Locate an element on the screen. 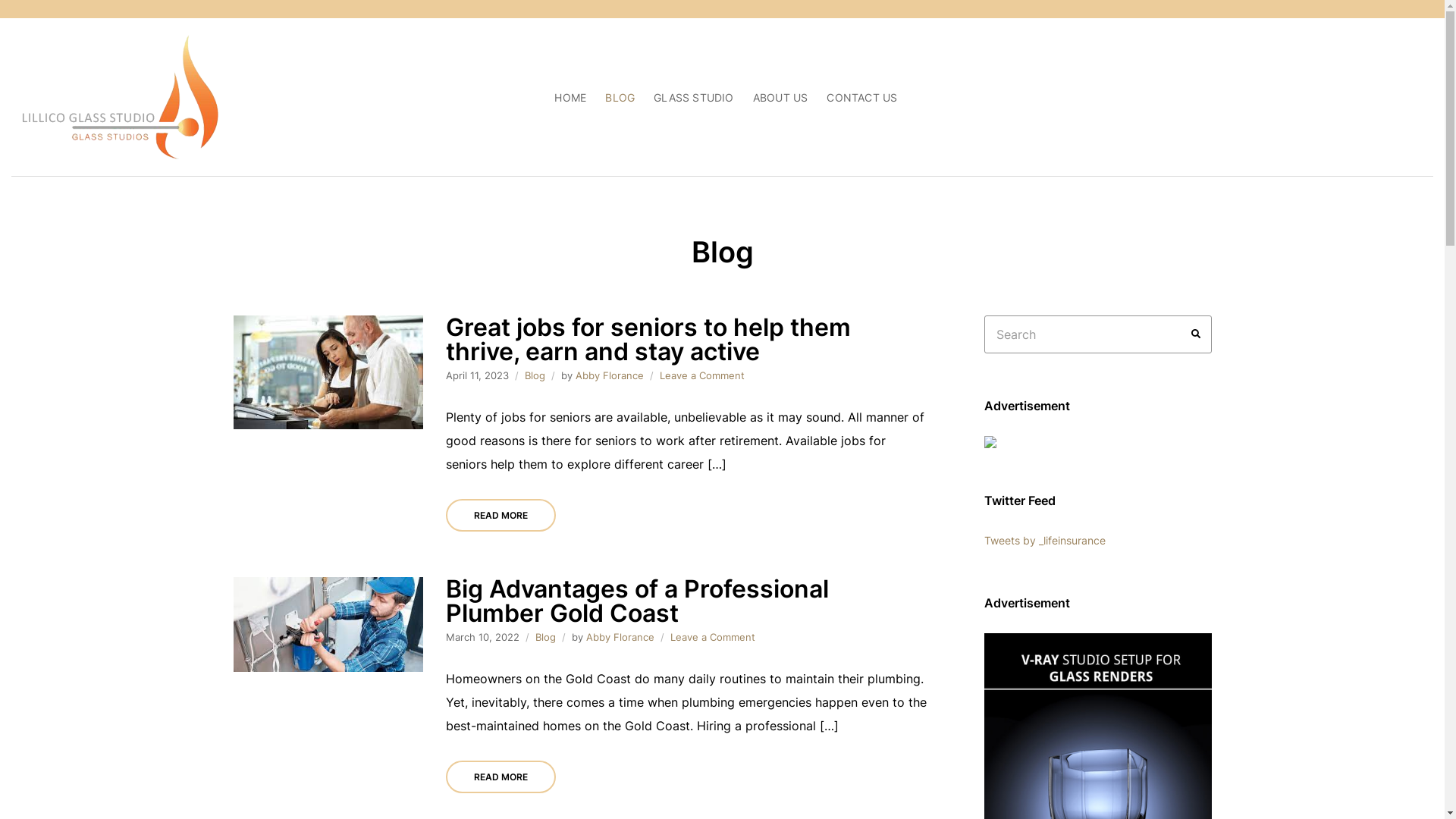  'HOME' is located at coordinates (570, 97).